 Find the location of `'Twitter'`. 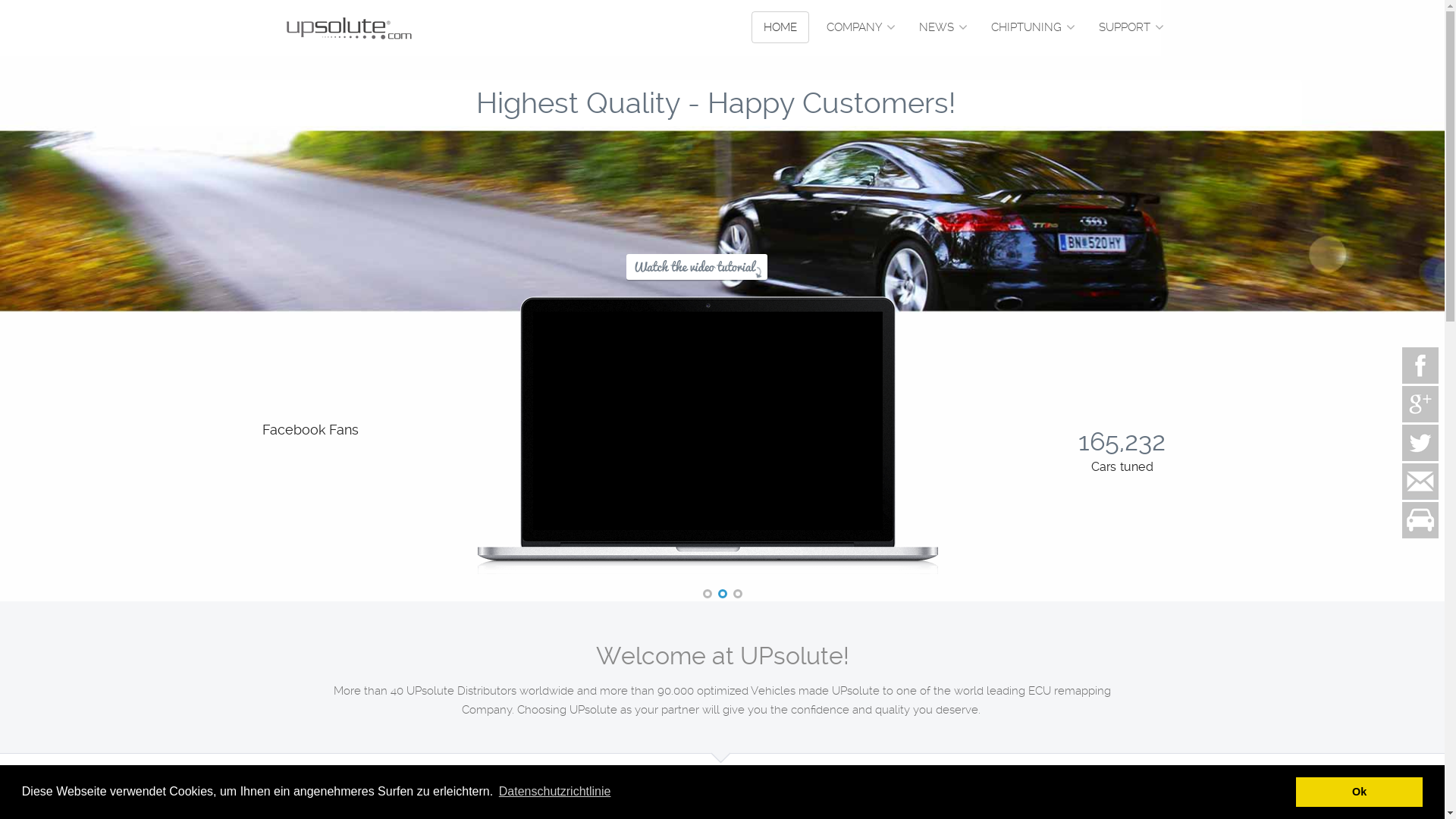

'Twitter' is located at coordinates (1399, 442).